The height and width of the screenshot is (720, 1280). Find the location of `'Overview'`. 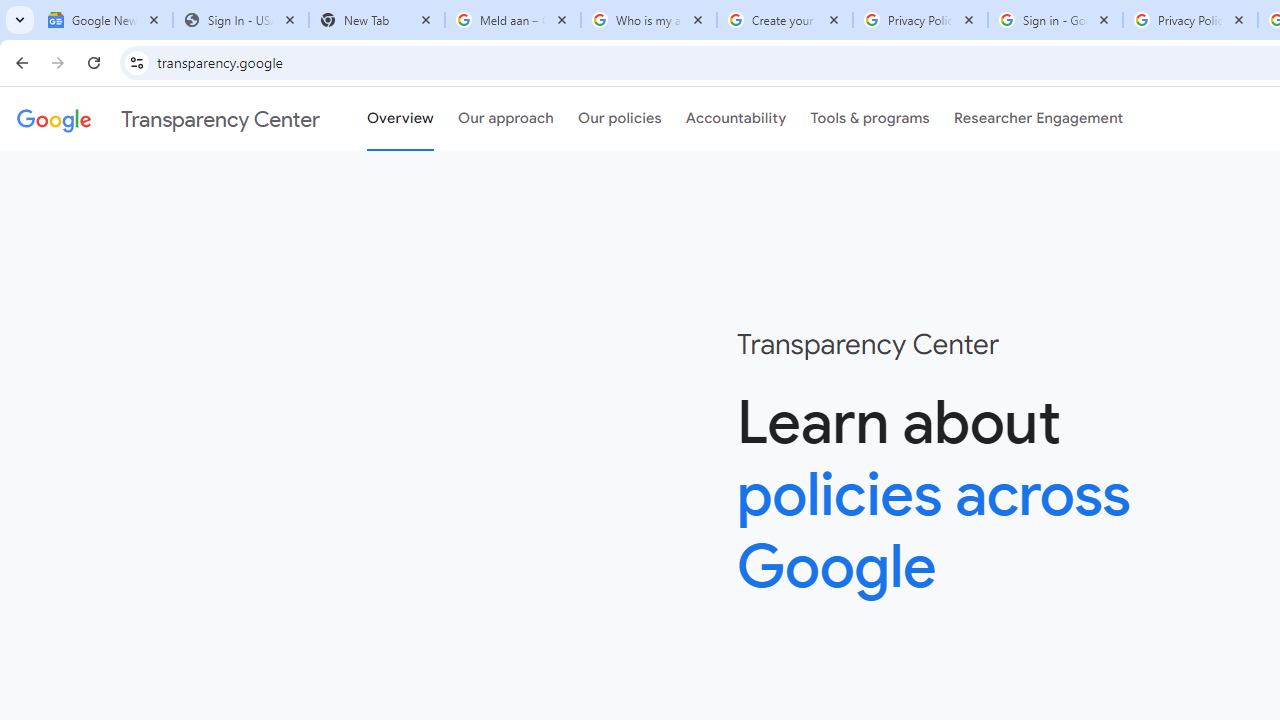

'Overview' is located at coordinates (400, 119).